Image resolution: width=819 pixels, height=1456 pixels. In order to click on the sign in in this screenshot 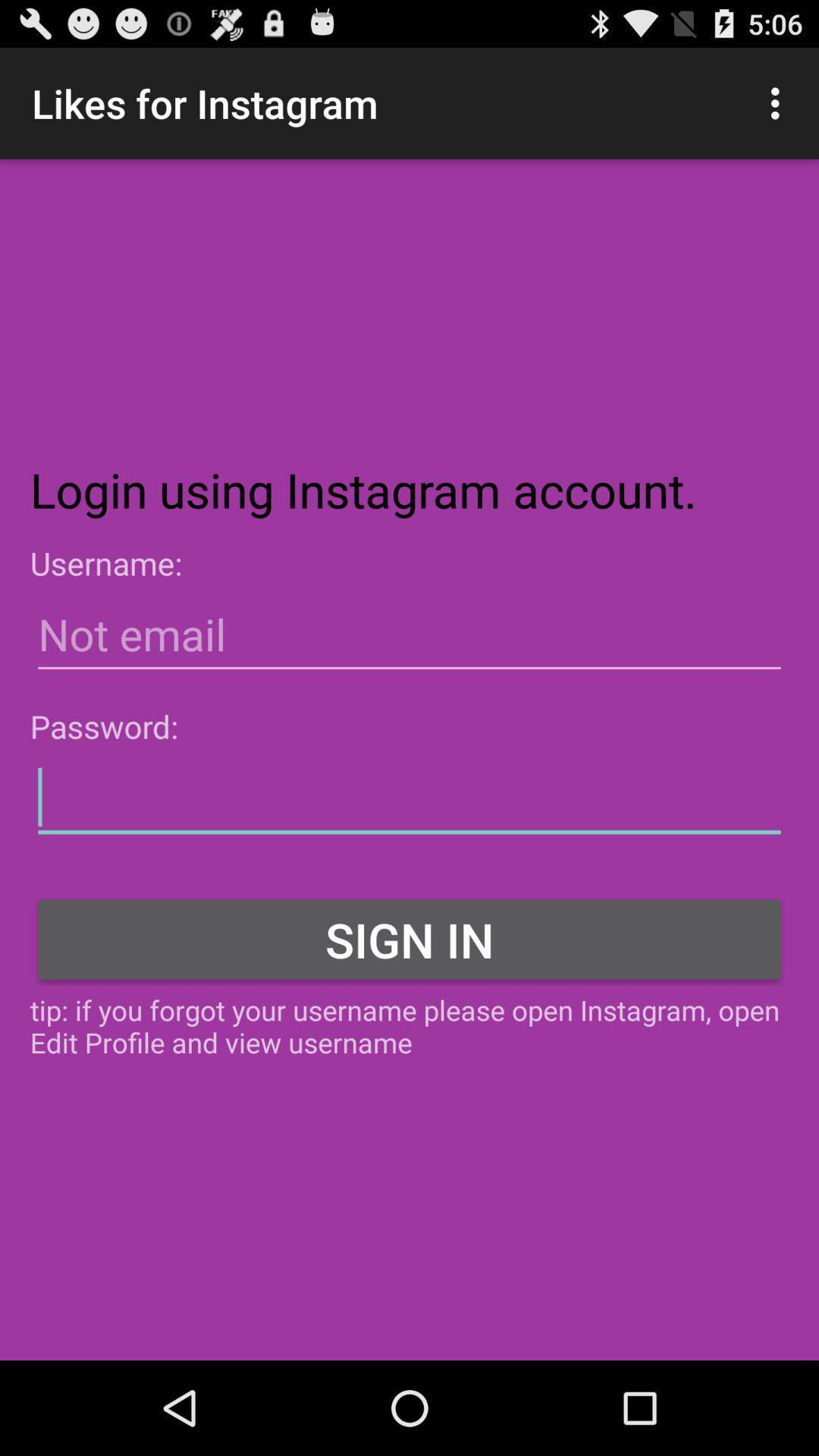, I will do `click(409, 938)`.